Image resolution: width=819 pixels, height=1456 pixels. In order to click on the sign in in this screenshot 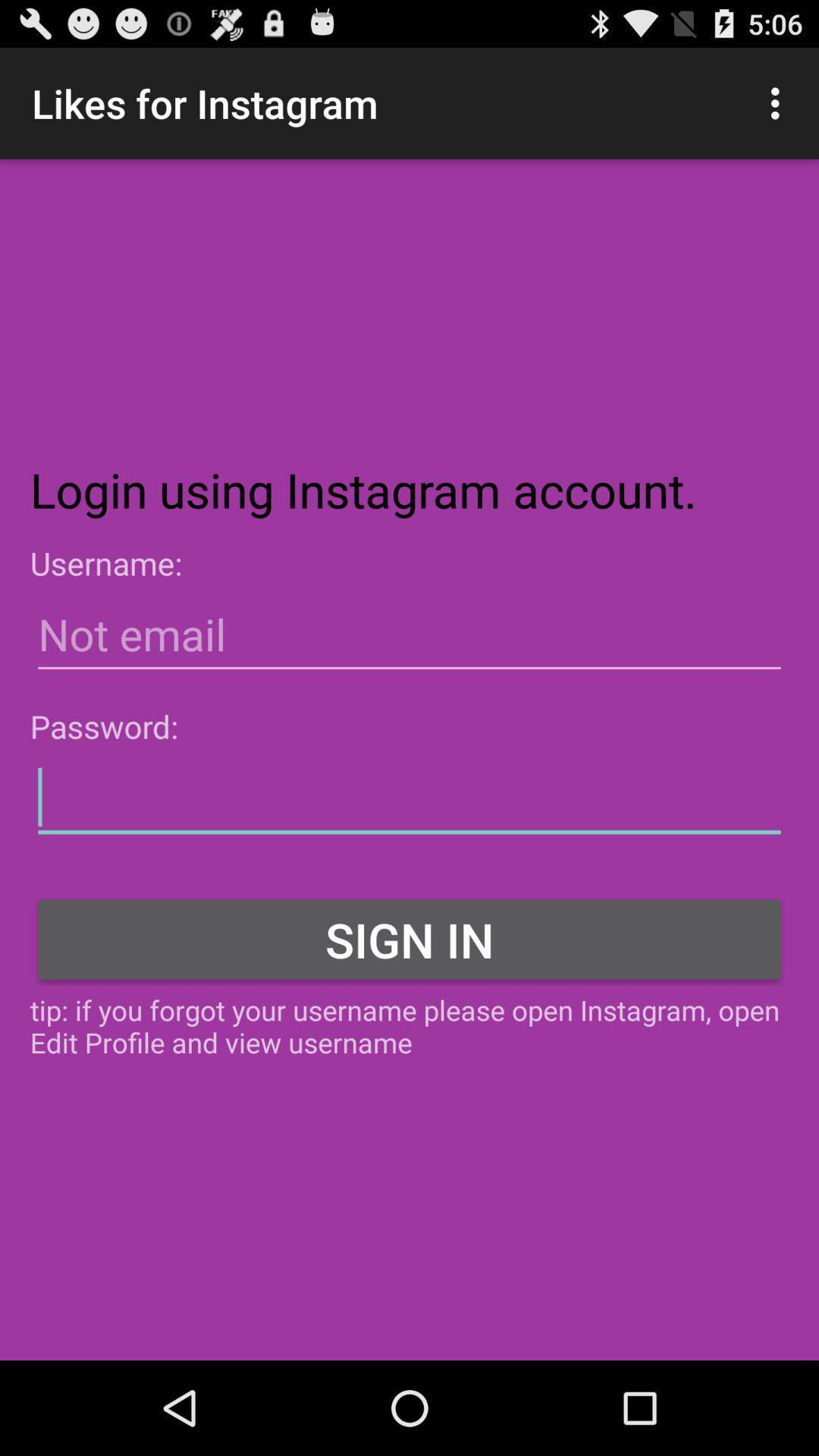, I will do `click(409, 938)`.